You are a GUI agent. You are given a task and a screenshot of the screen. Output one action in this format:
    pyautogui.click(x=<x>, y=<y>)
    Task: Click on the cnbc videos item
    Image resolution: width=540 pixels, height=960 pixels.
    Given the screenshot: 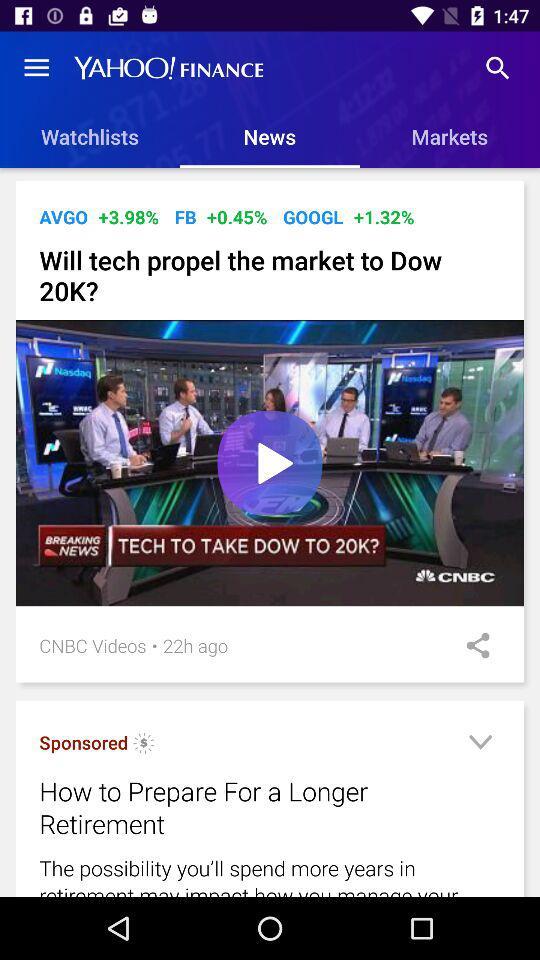 What is the action you would take?
    pyautogui.click(x=91, y=644)
    